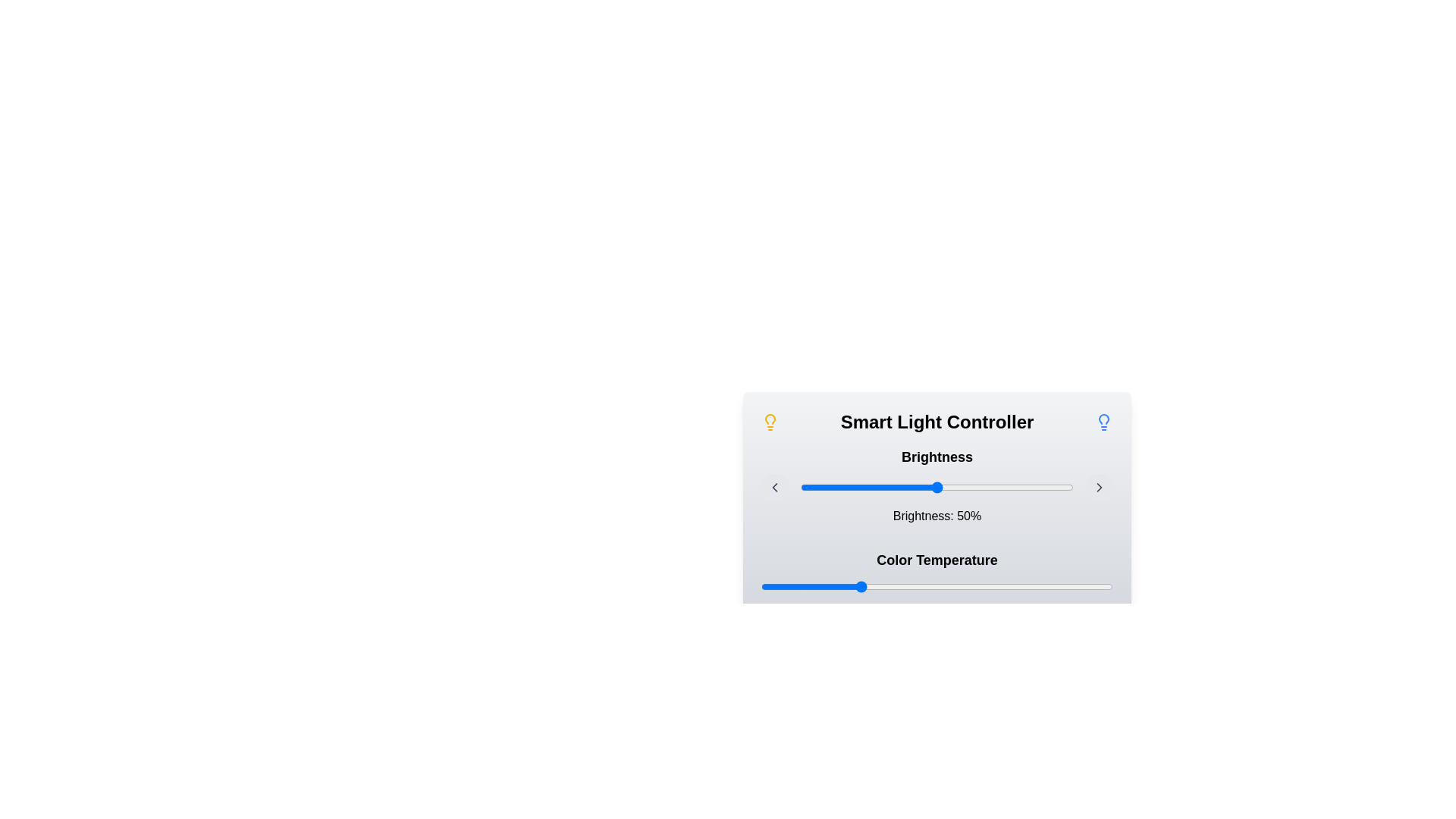 This screenshot has width=1456, height=819. What do you see at coordinates (1099, 488) in the screenshot?
I see `the navigational chevron arrow icon located in the center-right portion of the smart light controller UI to proceed with further interaction or brightness adjustment` at bounding box center [1099, 488].